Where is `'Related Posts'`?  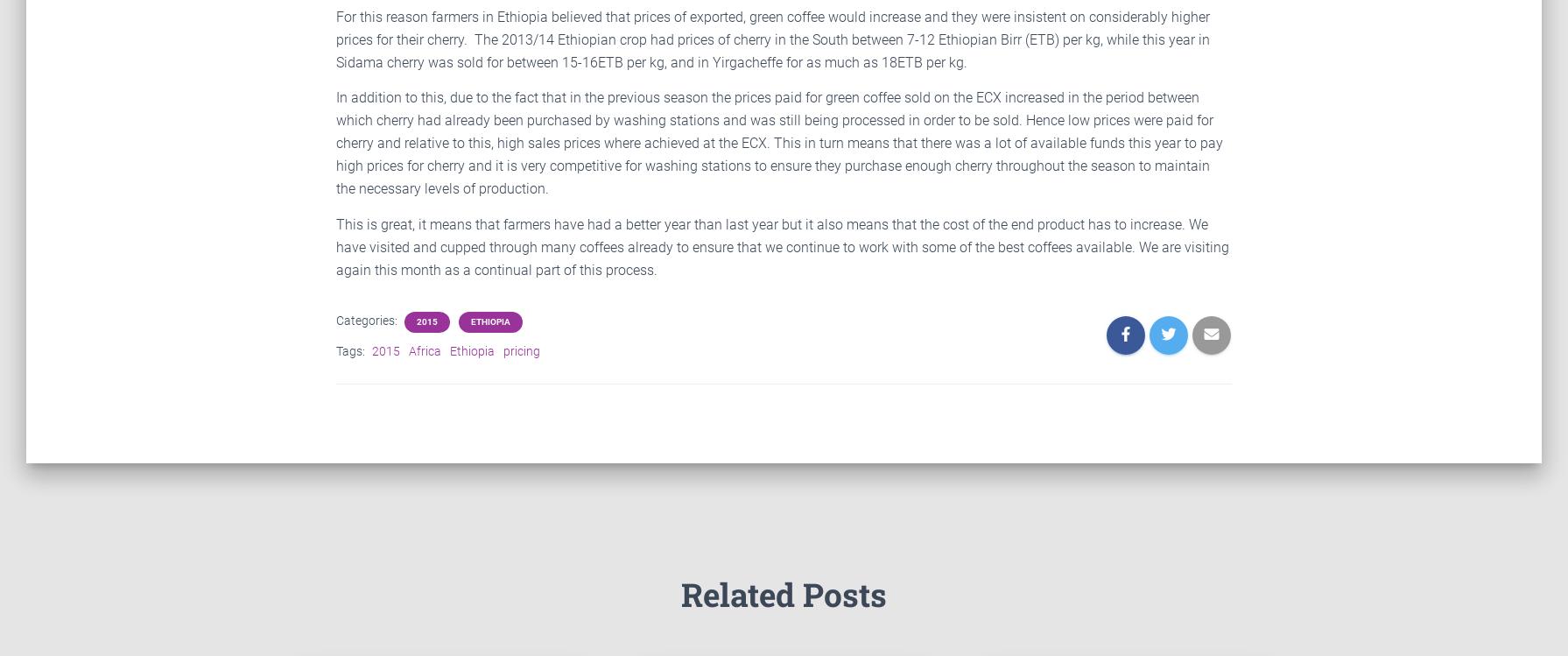 'Related Posts' is located at coordinates (784, 594).